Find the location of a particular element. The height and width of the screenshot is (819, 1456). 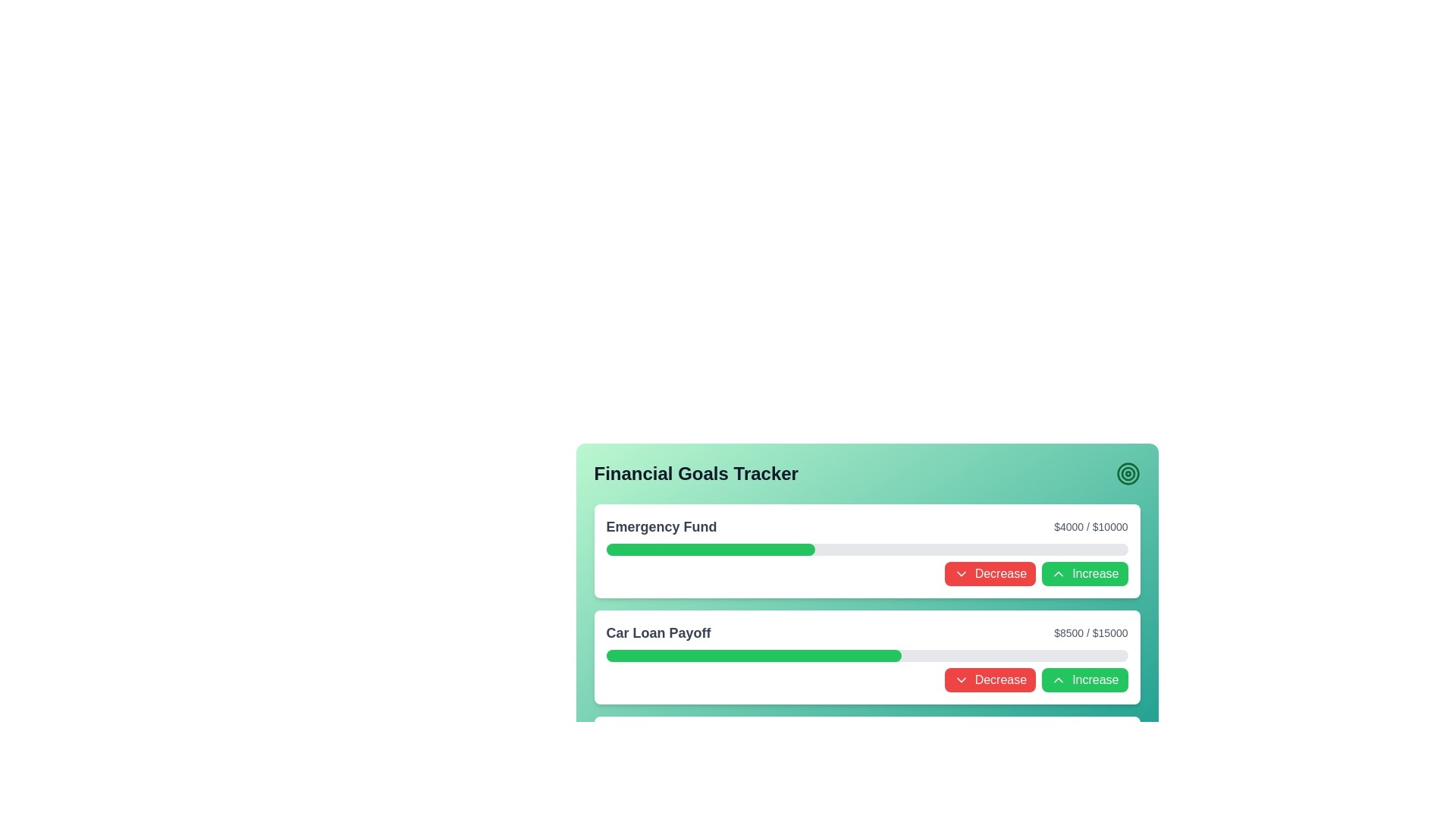

the details of the target icon with concentric circles in green and white located in the top-right corner of the 'Financial Goals Tracker' section is located at coordinates (1128, 472).